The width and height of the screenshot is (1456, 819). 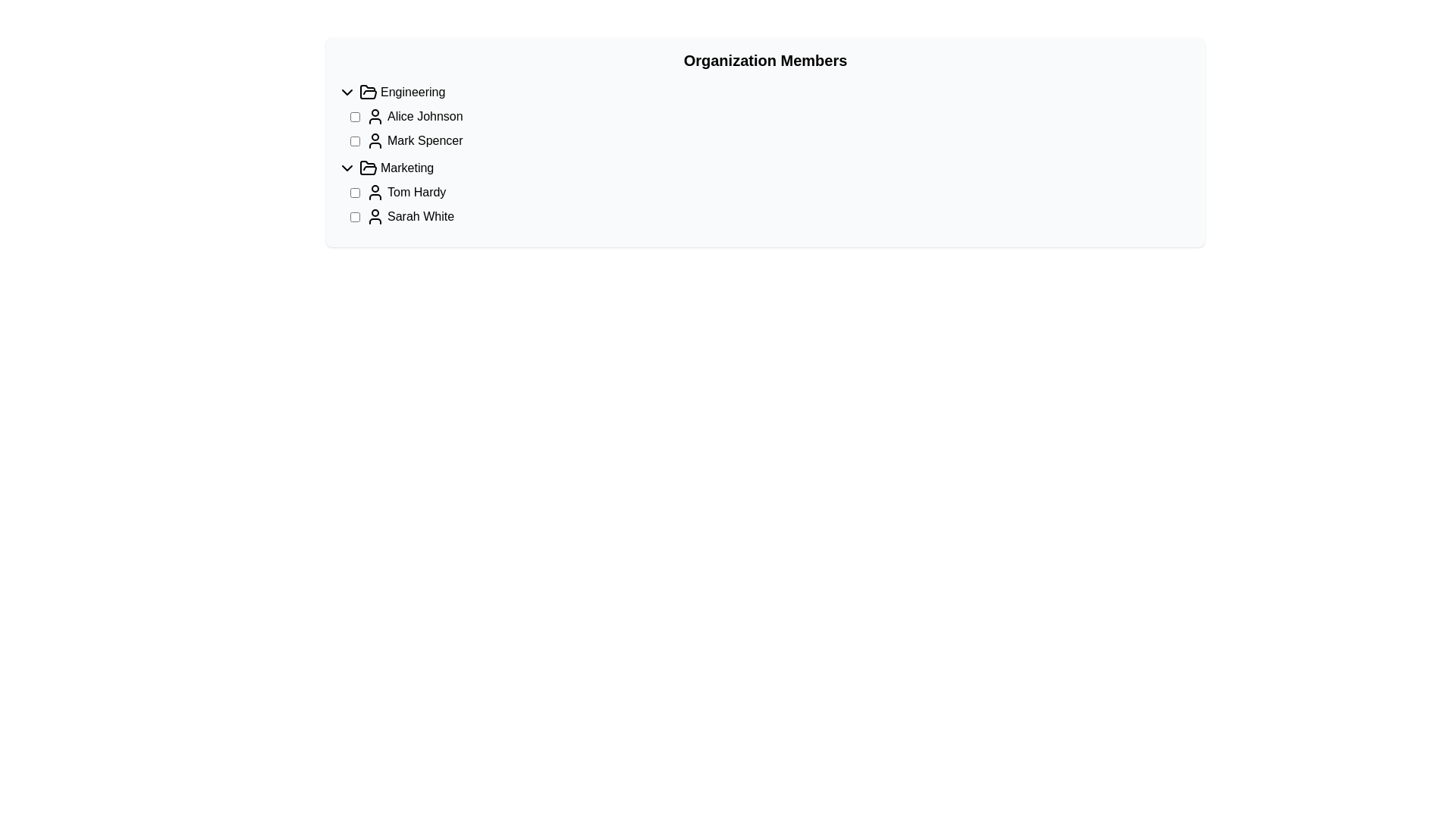 What do you see at coordinates (354, 216) in the screenshot?
I see `the checkbox for 'Sarah White', which is the leftmost element in its row, positioned before the avatar icon and text` at bounding box center [354, 216].